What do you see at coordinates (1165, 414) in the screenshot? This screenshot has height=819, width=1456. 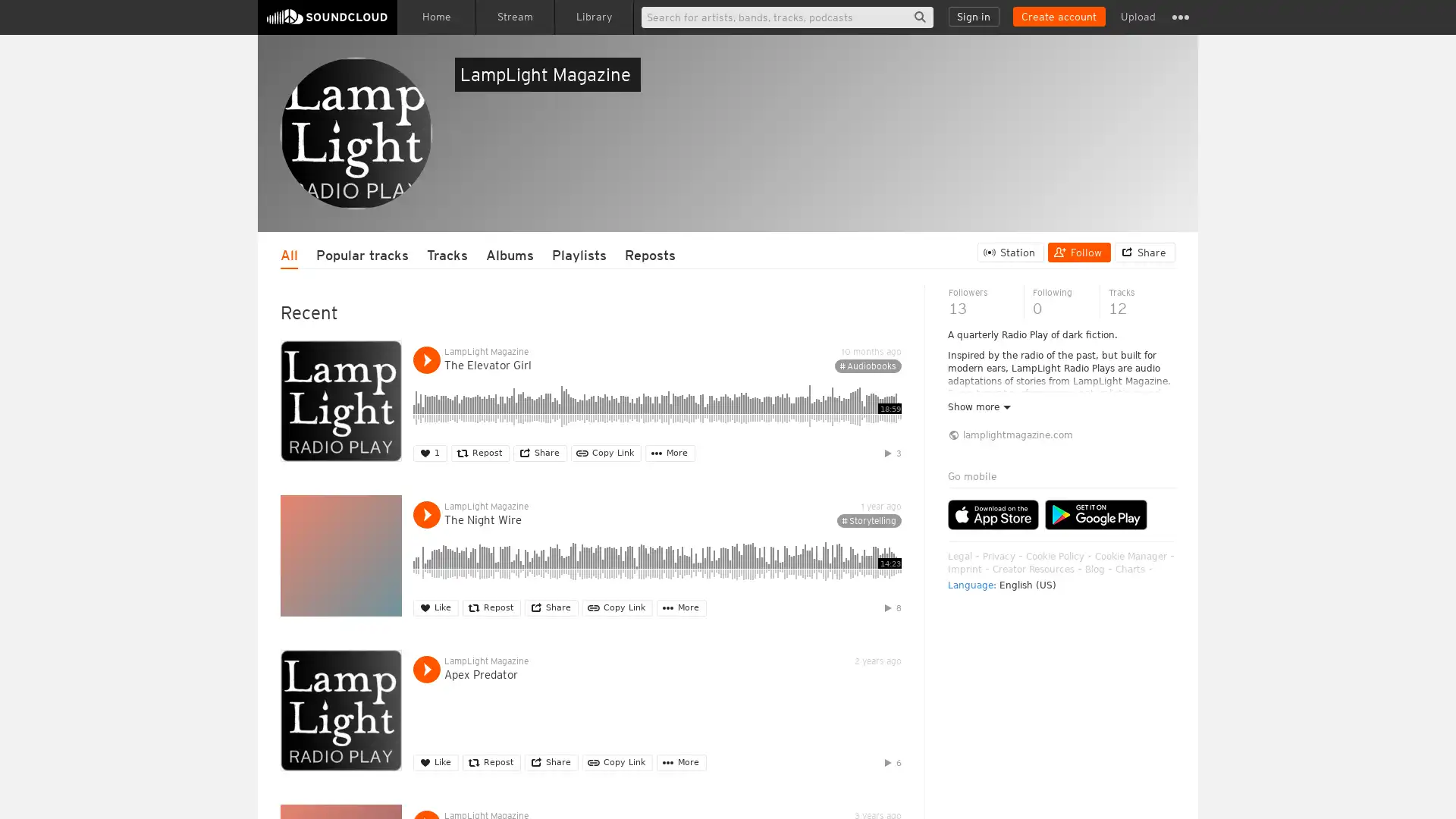 I see `Hide queue` at bounding box center [1165, 414].